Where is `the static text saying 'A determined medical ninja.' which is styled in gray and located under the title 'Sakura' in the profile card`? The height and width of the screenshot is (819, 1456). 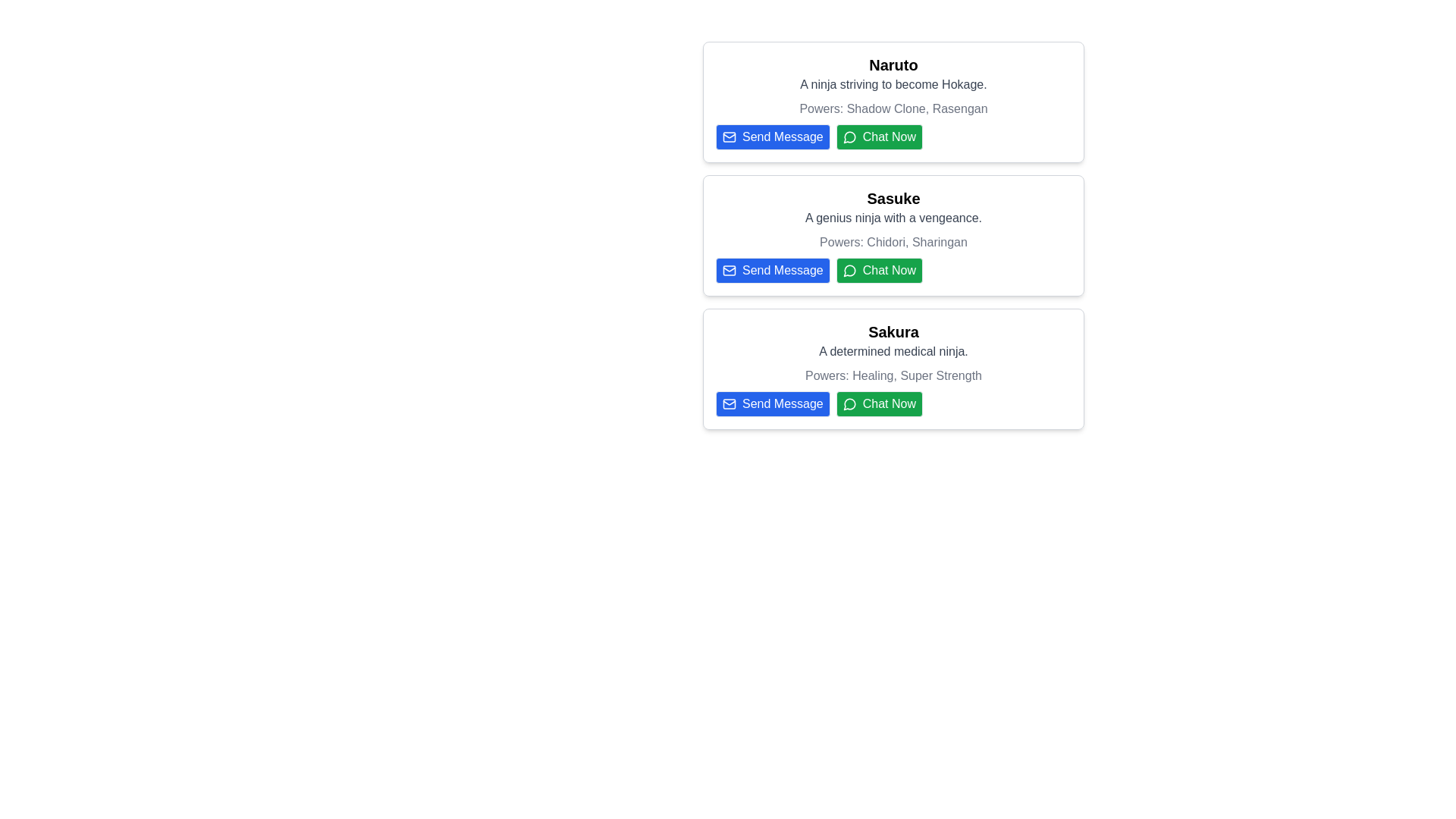
the static text saying 'A determined medical ninja.' which is styled in gray and located under the title 'Sakura' in the profile card is located at coordinates (893, 351).